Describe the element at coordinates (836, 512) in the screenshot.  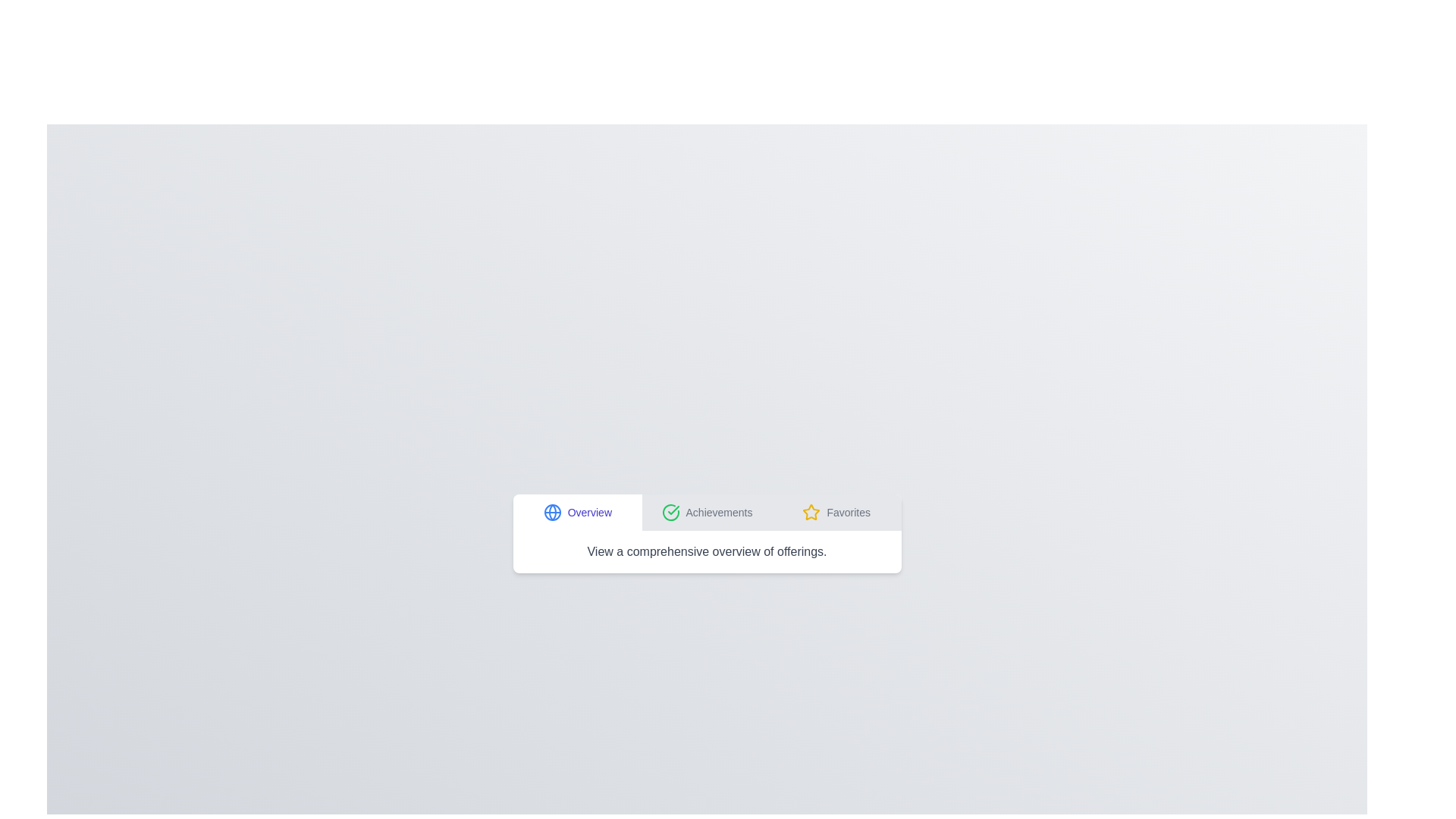
I see `the tab labeled Favorites` at that location.